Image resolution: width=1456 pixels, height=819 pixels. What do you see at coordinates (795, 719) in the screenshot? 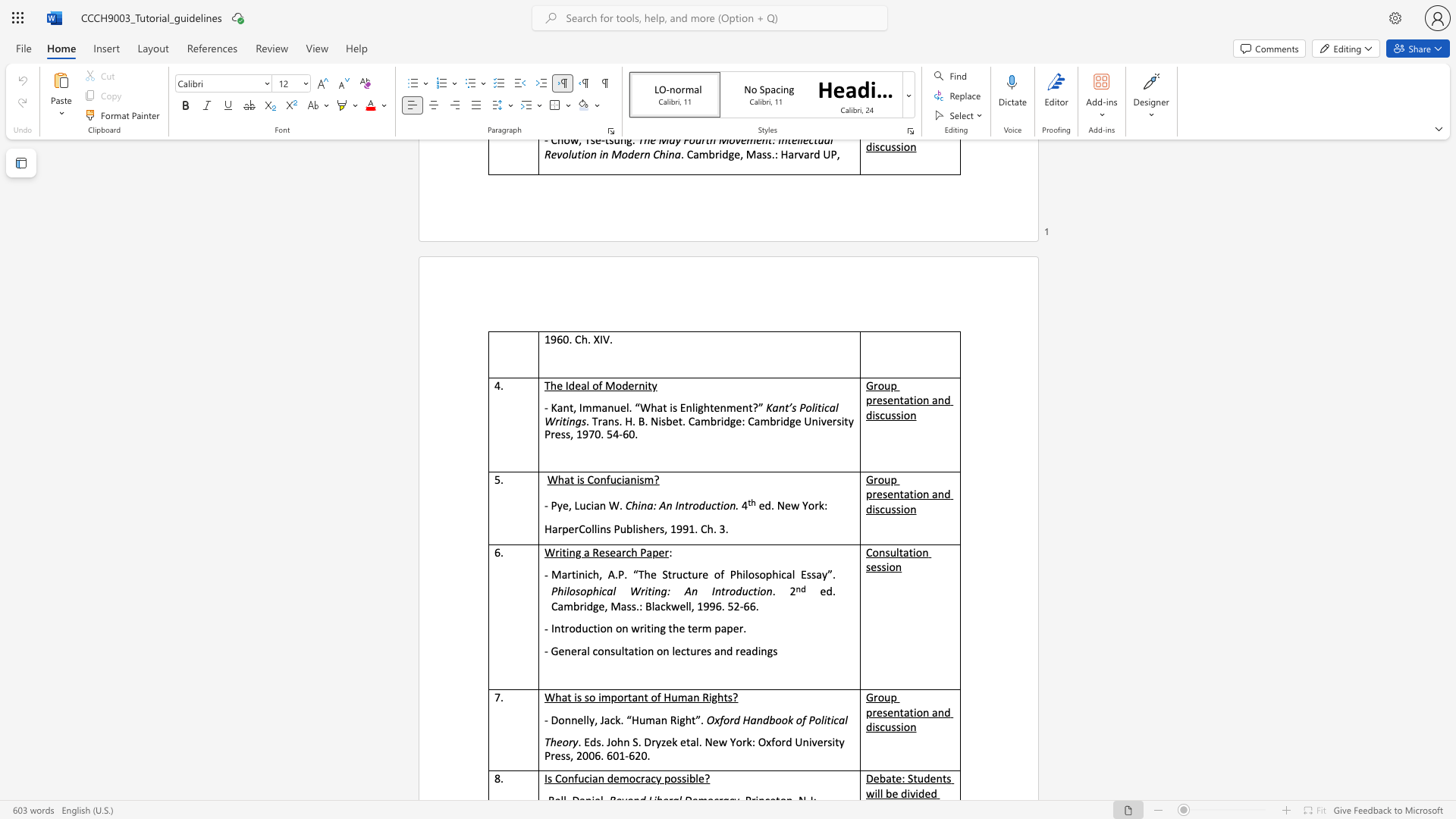
I see `the subset text "of Politic" within the text "Oxford Handbook of Political"` at bounding box center [795, 719].